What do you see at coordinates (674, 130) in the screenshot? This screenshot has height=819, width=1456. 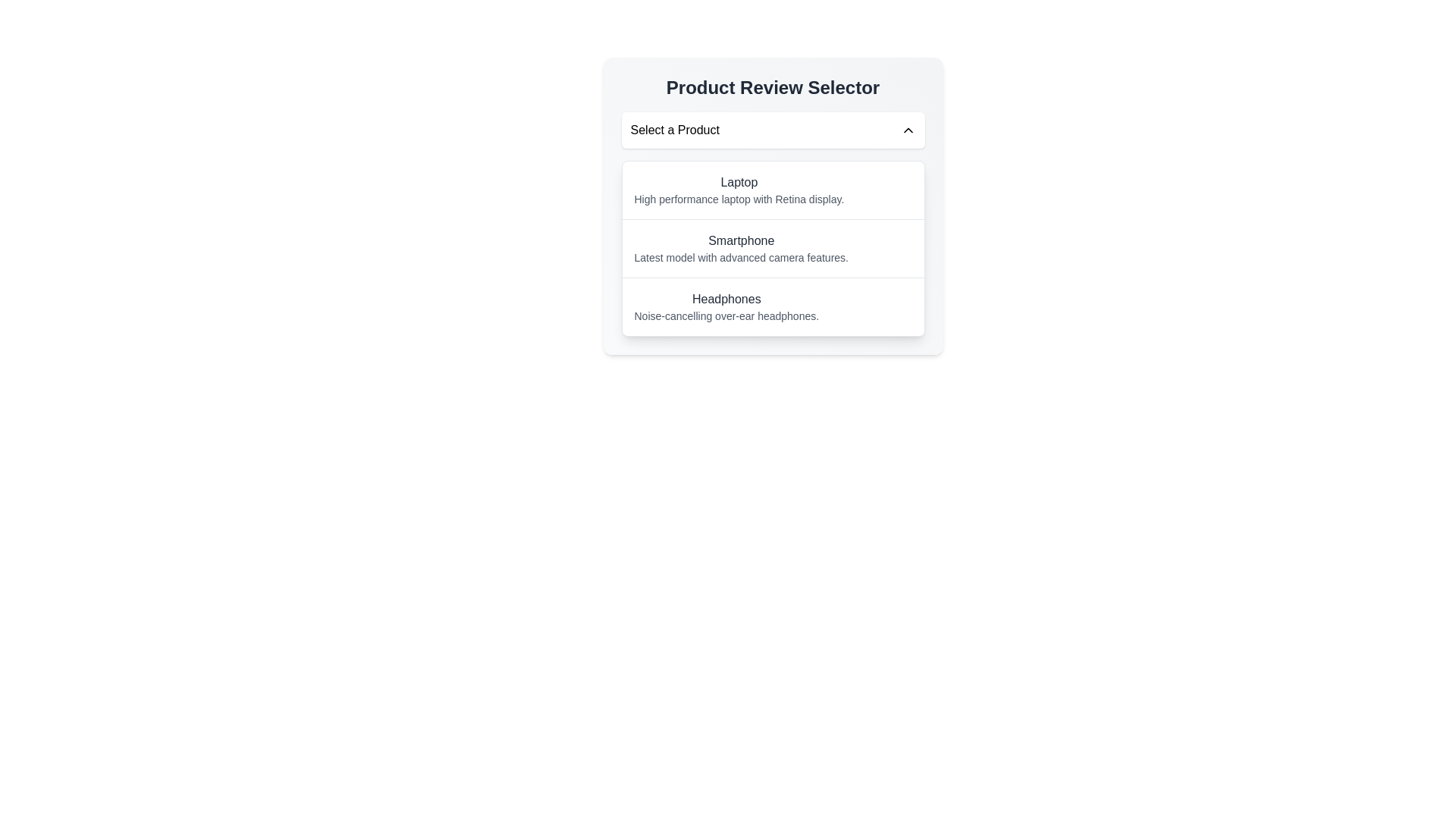 I see `the Text label that indicates the purpose of the dropdown titled 'Select a Product'` at bounding box center [674, 130].